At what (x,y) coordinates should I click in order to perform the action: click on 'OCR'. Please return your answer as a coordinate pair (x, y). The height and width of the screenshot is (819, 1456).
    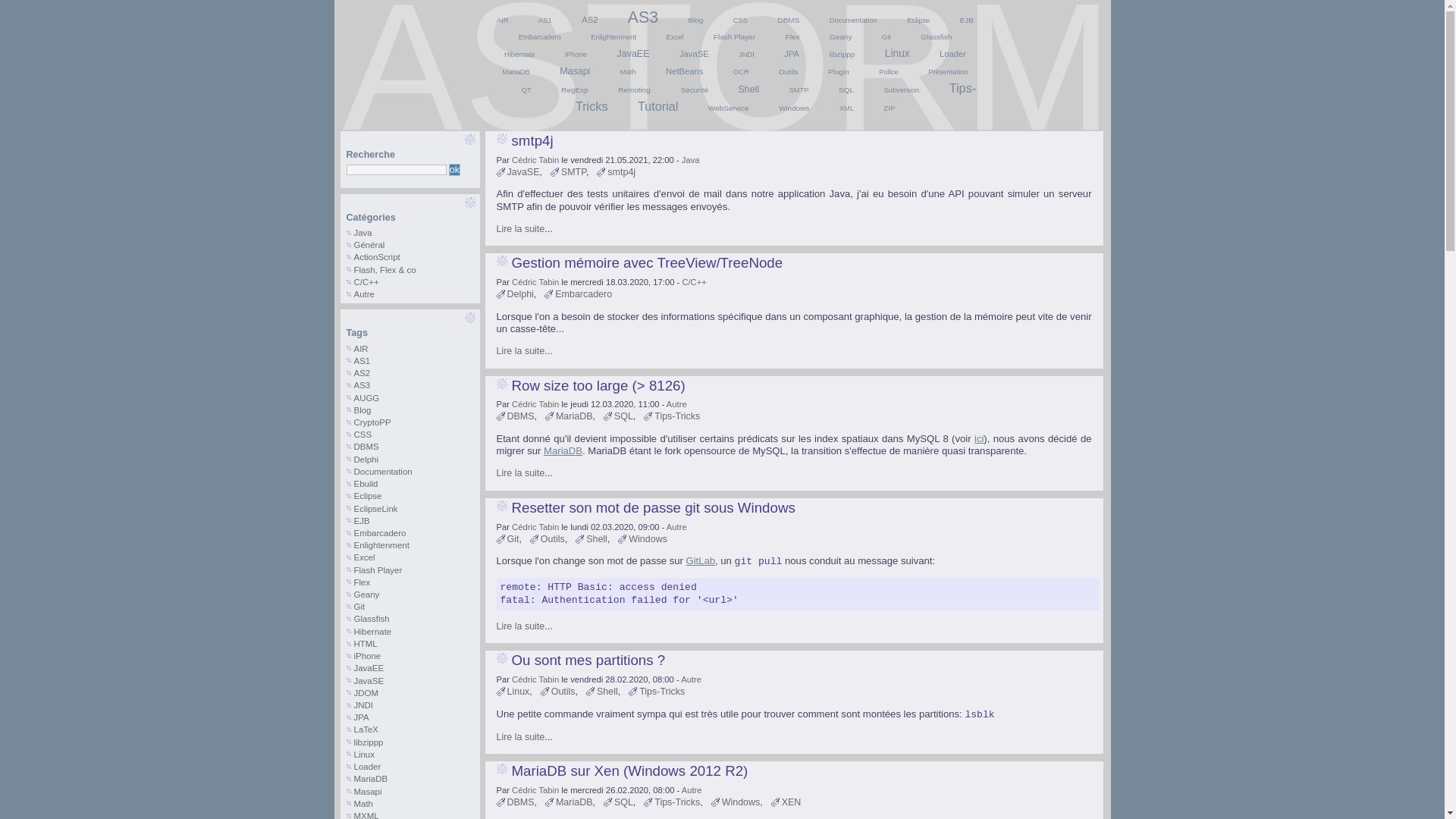
    Looking at the image, I should click on (741, 72).